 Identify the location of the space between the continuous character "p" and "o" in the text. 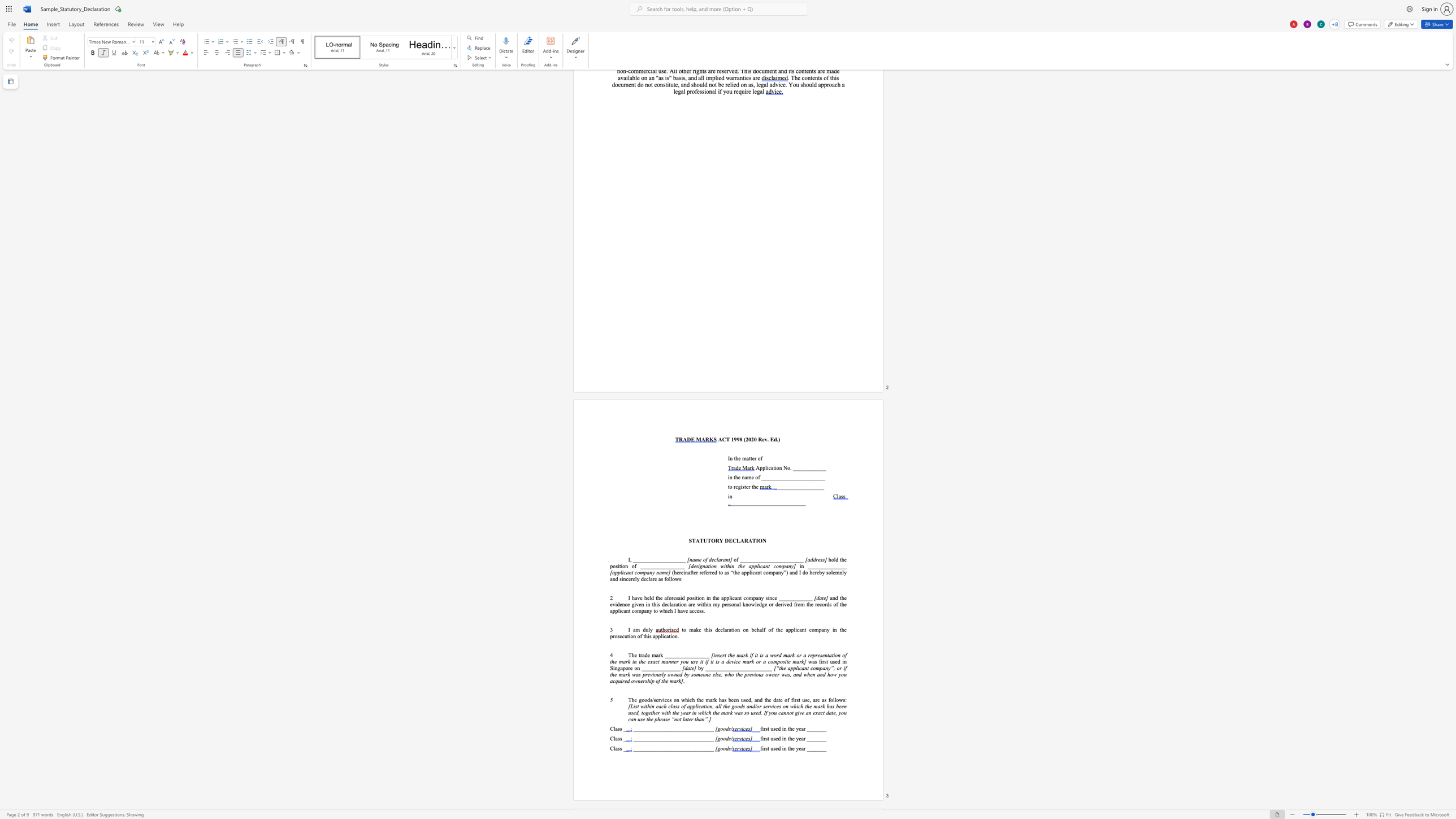
(689, 597).